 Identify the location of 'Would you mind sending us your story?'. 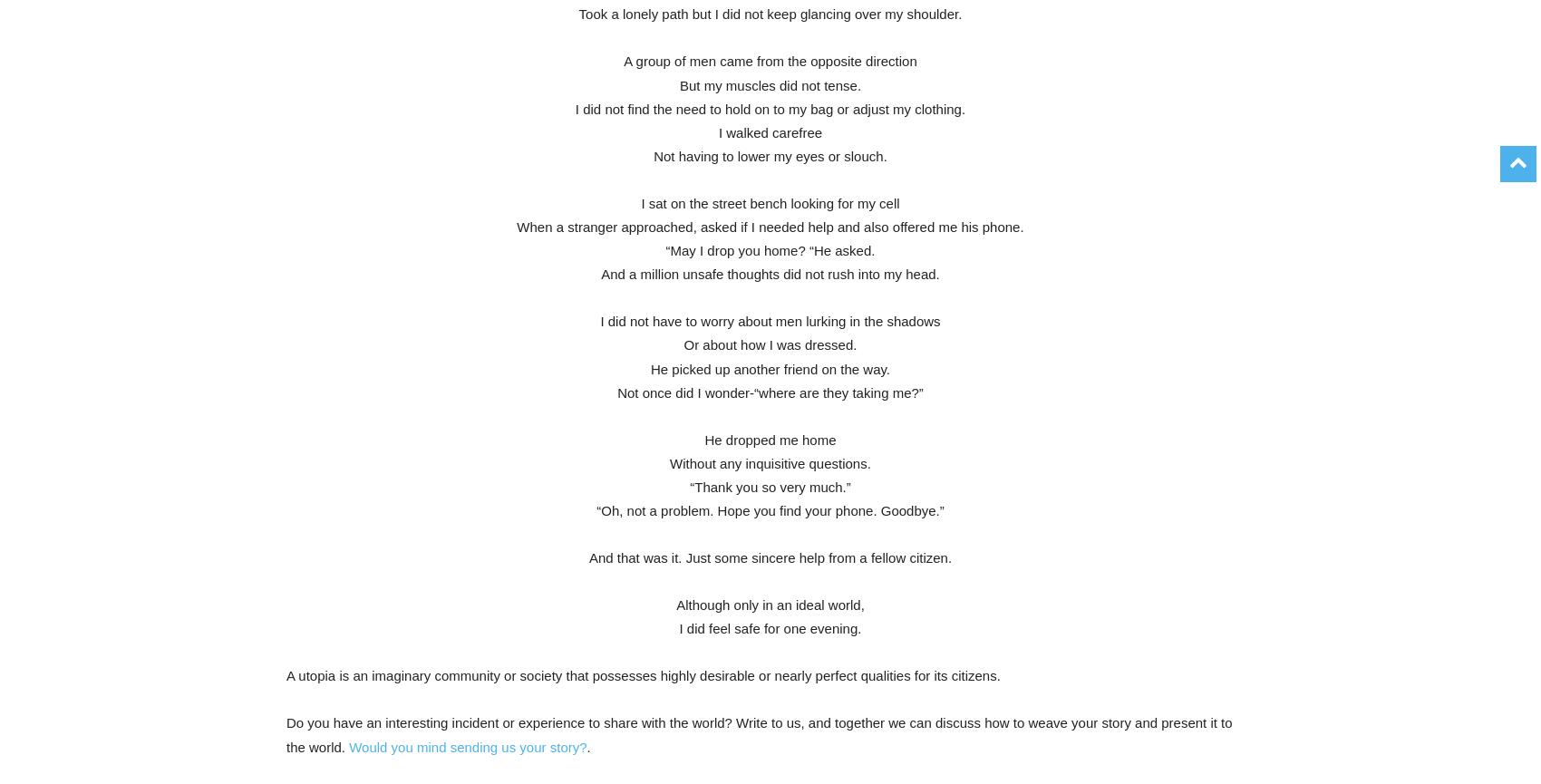
(467, 745).